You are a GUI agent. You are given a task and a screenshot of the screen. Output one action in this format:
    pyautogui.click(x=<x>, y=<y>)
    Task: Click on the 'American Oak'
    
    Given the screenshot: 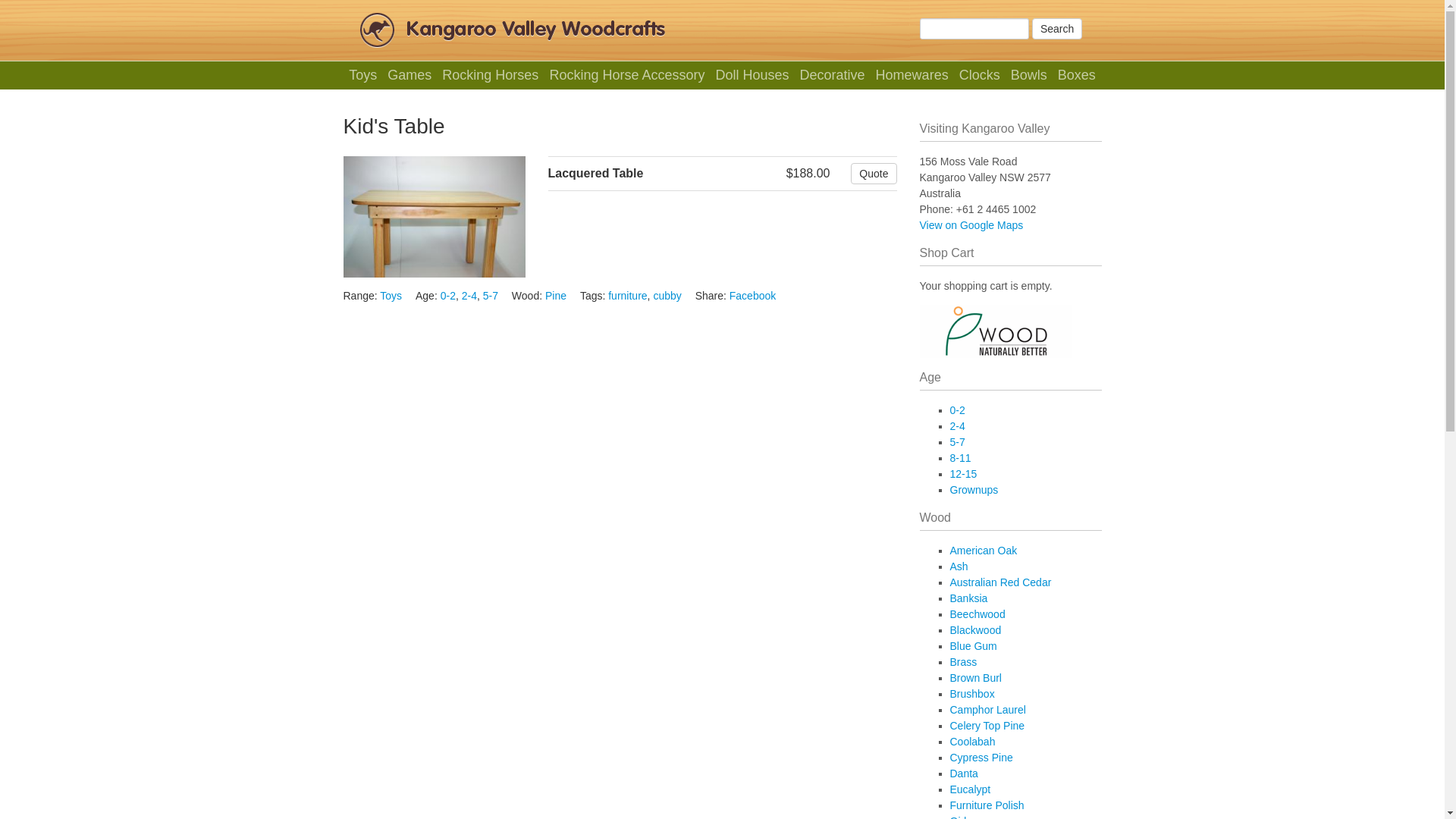 What is the action you would take?
    pyautogui.click(x=983, y=550)
    